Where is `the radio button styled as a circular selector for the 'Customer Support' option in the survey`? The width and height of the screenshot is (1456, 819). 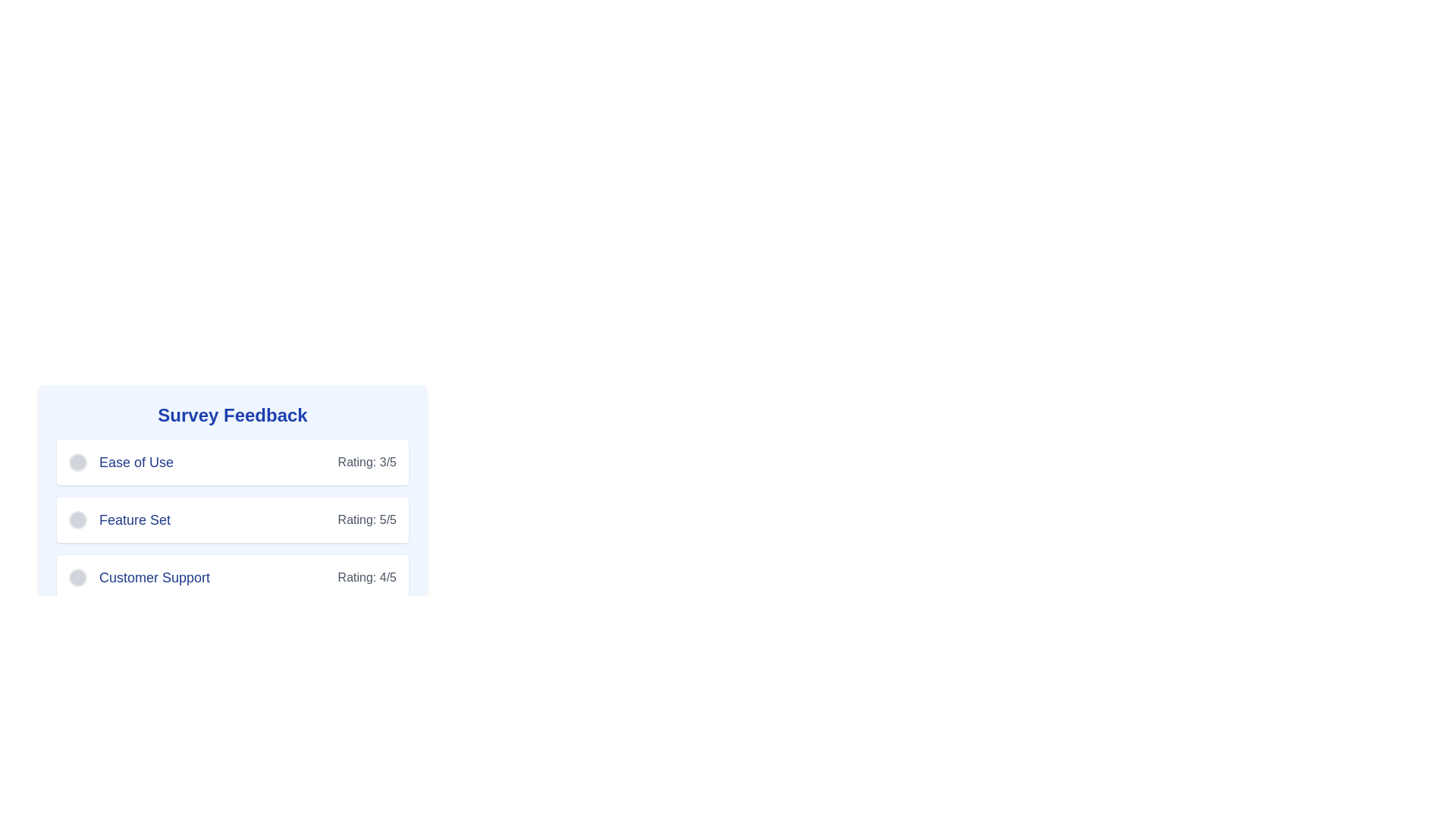
the radio button styled as a circular selector for the 'Customer Support' option in the survey is located at coordinates (77, 578).